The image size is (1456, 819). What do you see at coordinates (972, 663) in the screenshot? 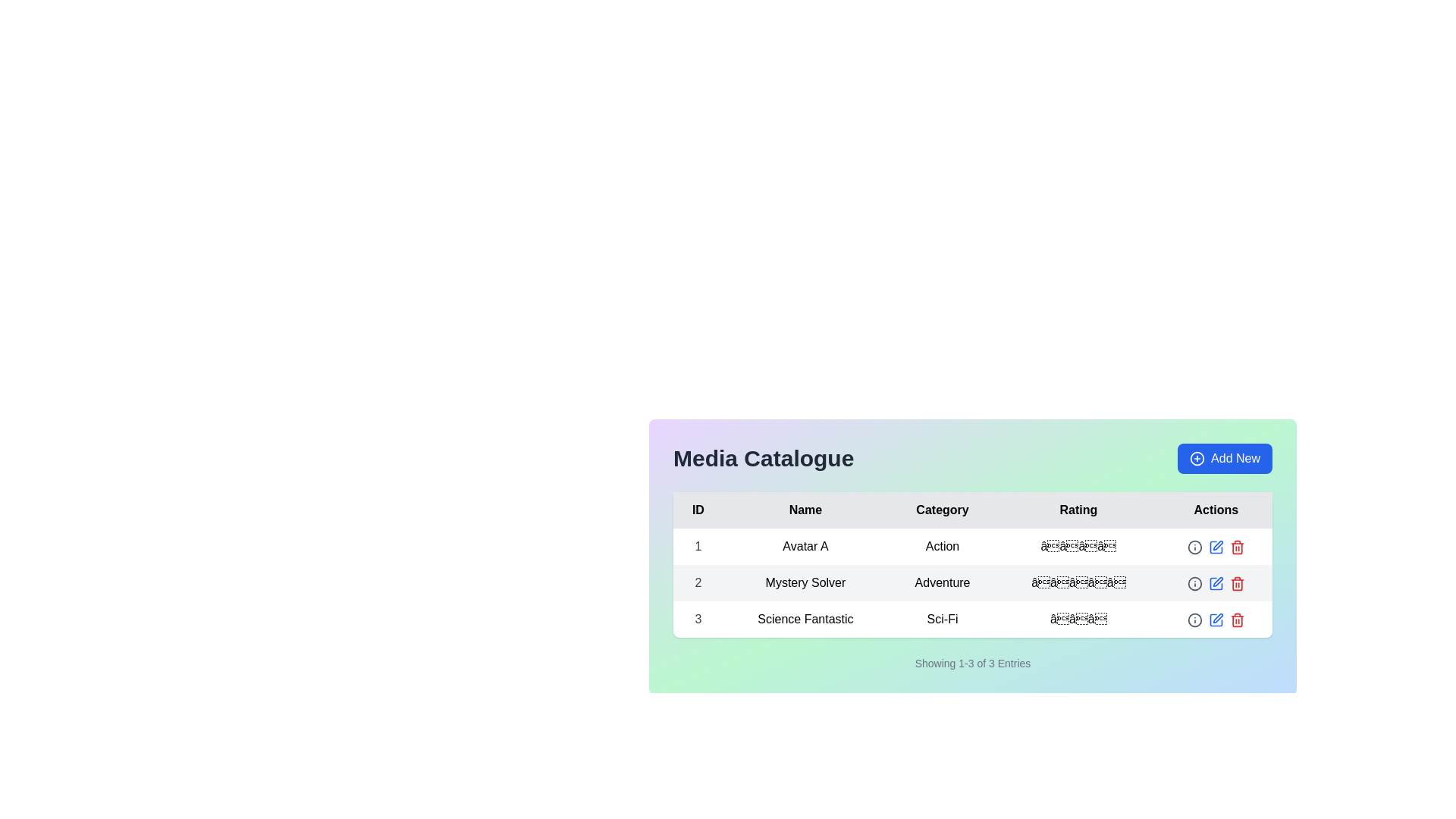
I see `the Text label that displays the range and number of entries visible on the current page, located in the center bottom area just below the media catalog table` at bounding box center [972, 663].